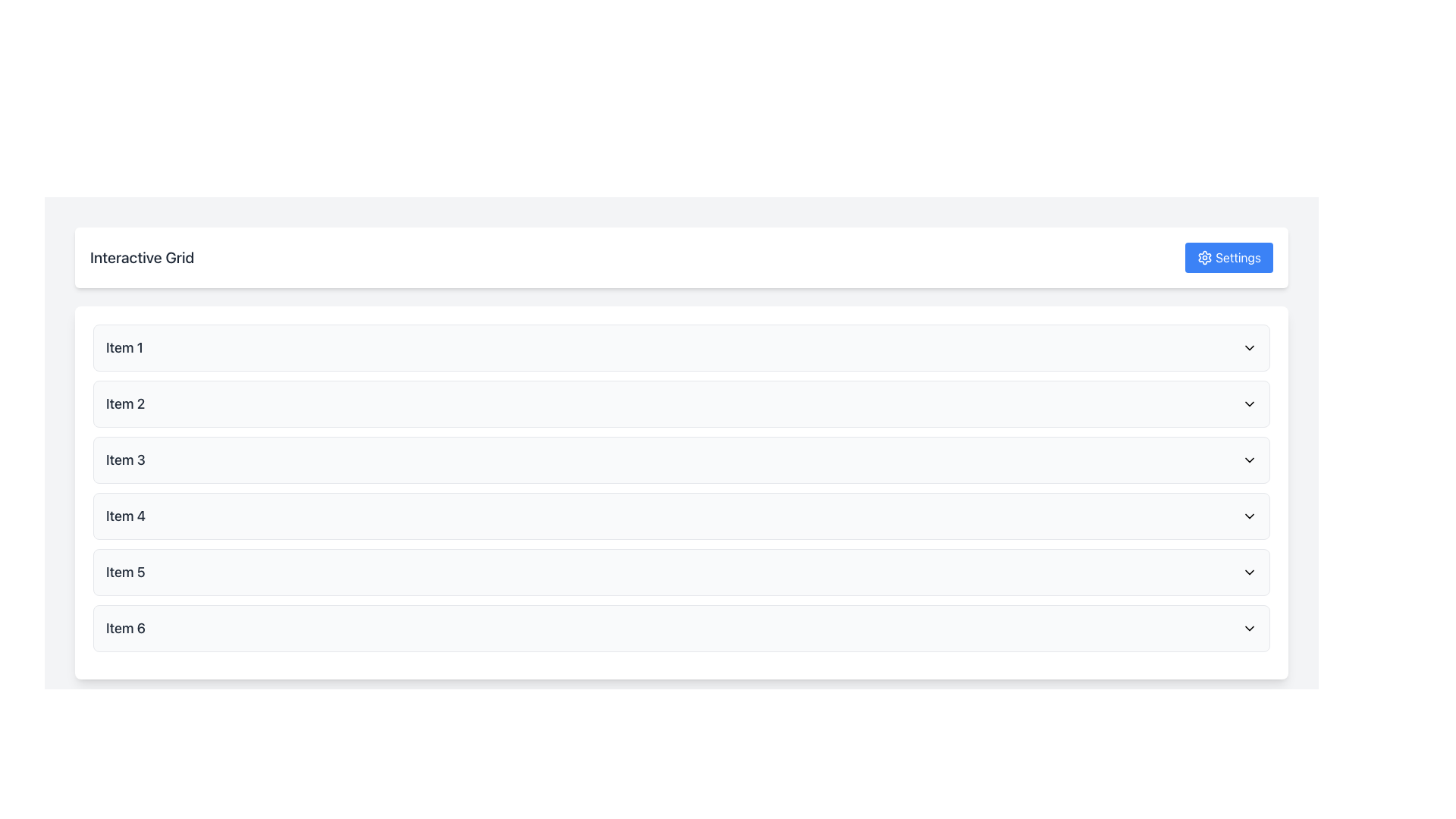 This screenshot has height=819, width=1456. I want to click on the header for the fourth item in the 'Interactive Grid' list, which provides an overview for related sub-content or actions, so click(126, 516).